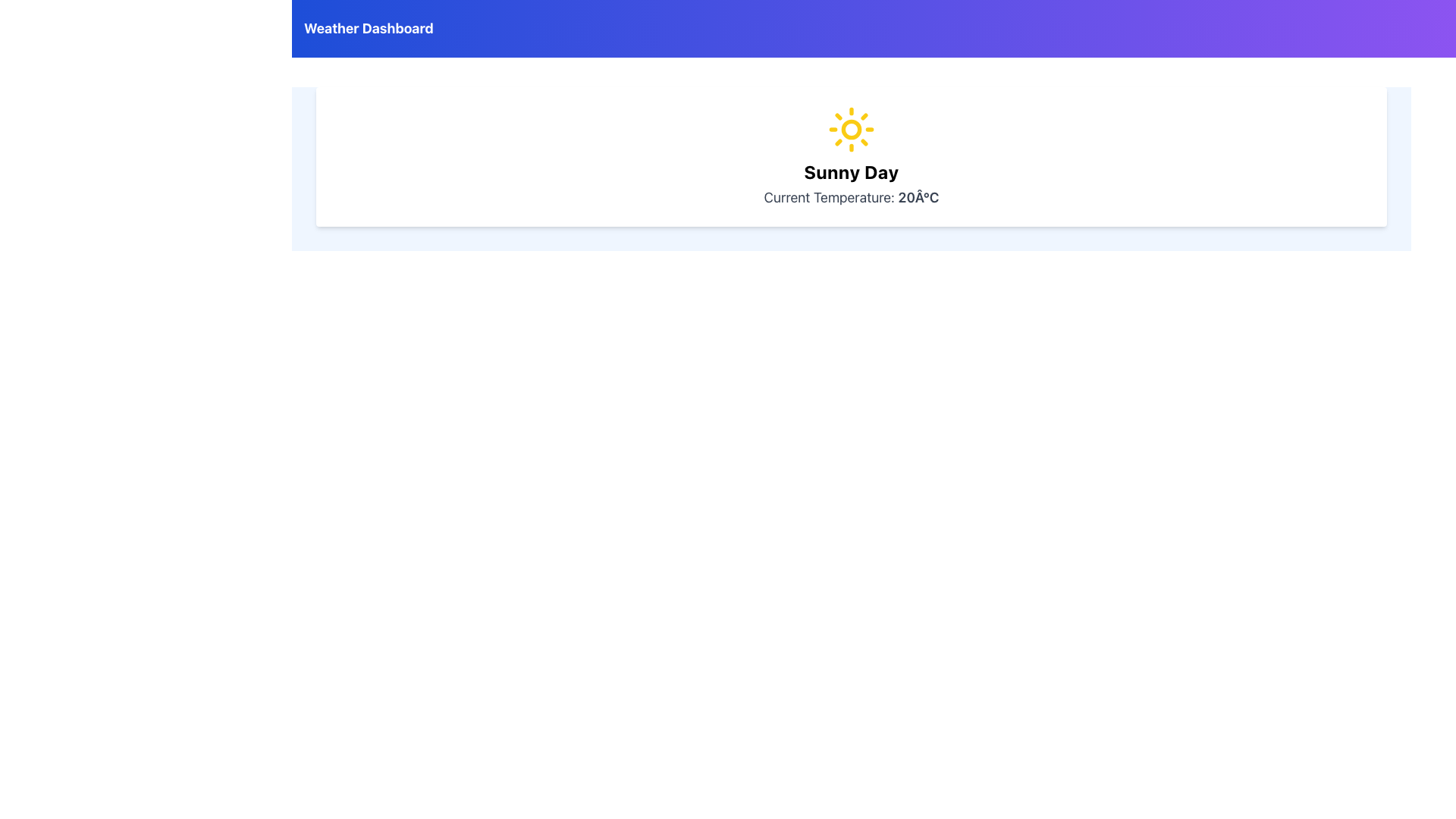 The height and width of the screenshot is (819, 1456). Describe the element at coordinates (852, 128) in the screenshot. I see `the sunny weather icon located above the 'Sunny Day' text in the weather dashboard` at that location.